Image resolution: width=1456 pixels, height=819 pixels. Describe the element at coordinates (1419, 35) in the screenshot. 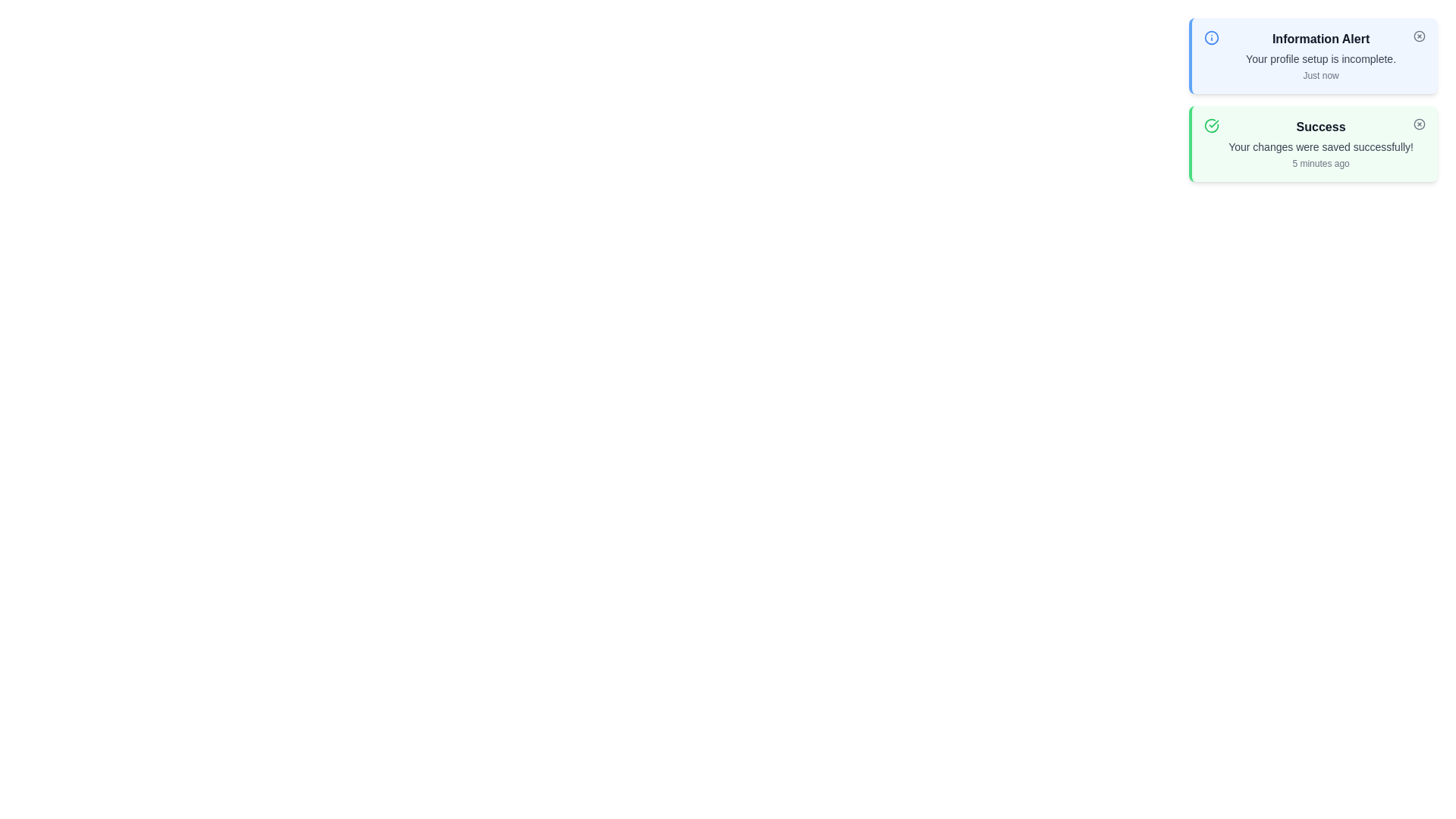

I see `the close button of the first notification to dismiss it` at that location.